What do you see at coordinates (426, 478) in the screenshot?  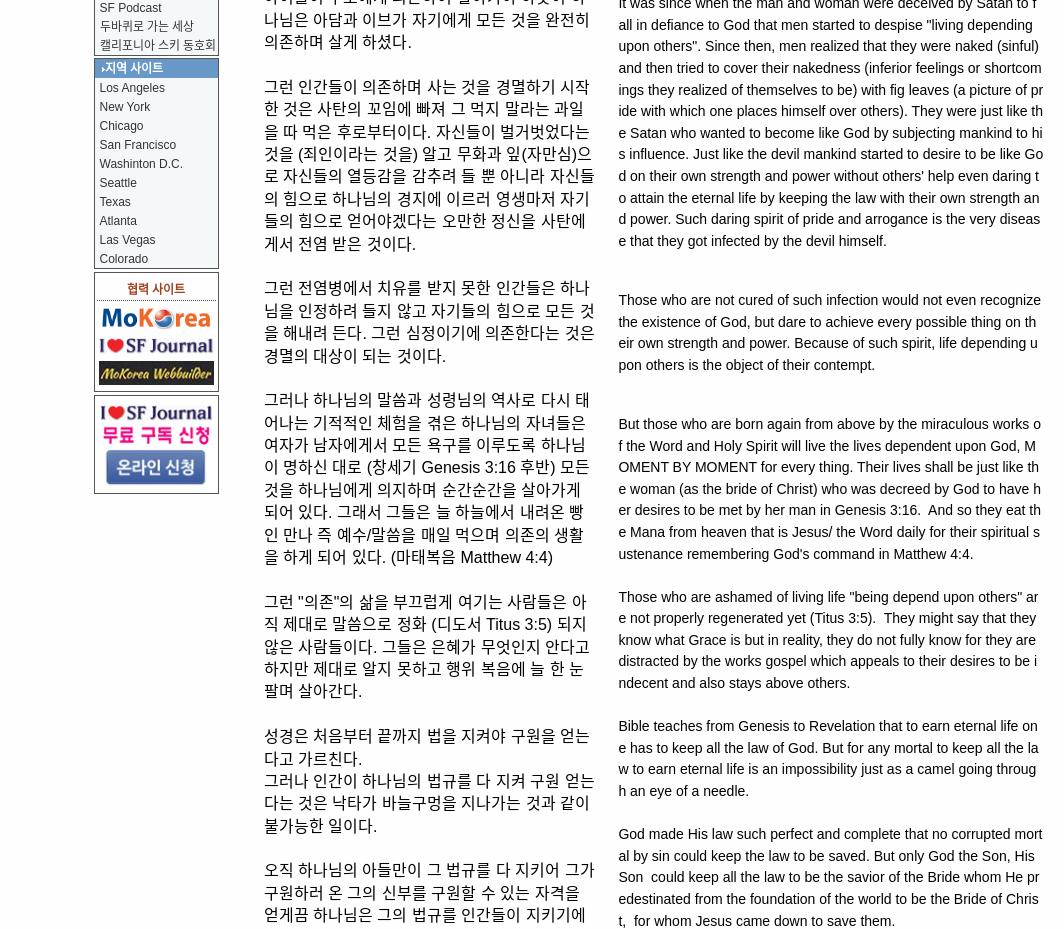 I see `'그러나 하나님의 말씀과 성령님의 역사로 다시 태어나는 기적적인 체험을 										겪은 하나님의 자녀들은 여자가 남자에게서 모든 욕구를 이루도록 하나님이 										명하신 대로 (창세기 Genesis 3:16 후반) 모든 것을 하나님에게 										의지하며 순간순간을 살아가게 되어 있다. 그래서 그들은 늘 하늘에서 										내려온 빵인 만나 즉 예수/말씀을 매일 먹으며 의존의 생활을 하게 되어 										있다. (마태복음 Matthew 4:4)'` at bounding box center [426, 478].